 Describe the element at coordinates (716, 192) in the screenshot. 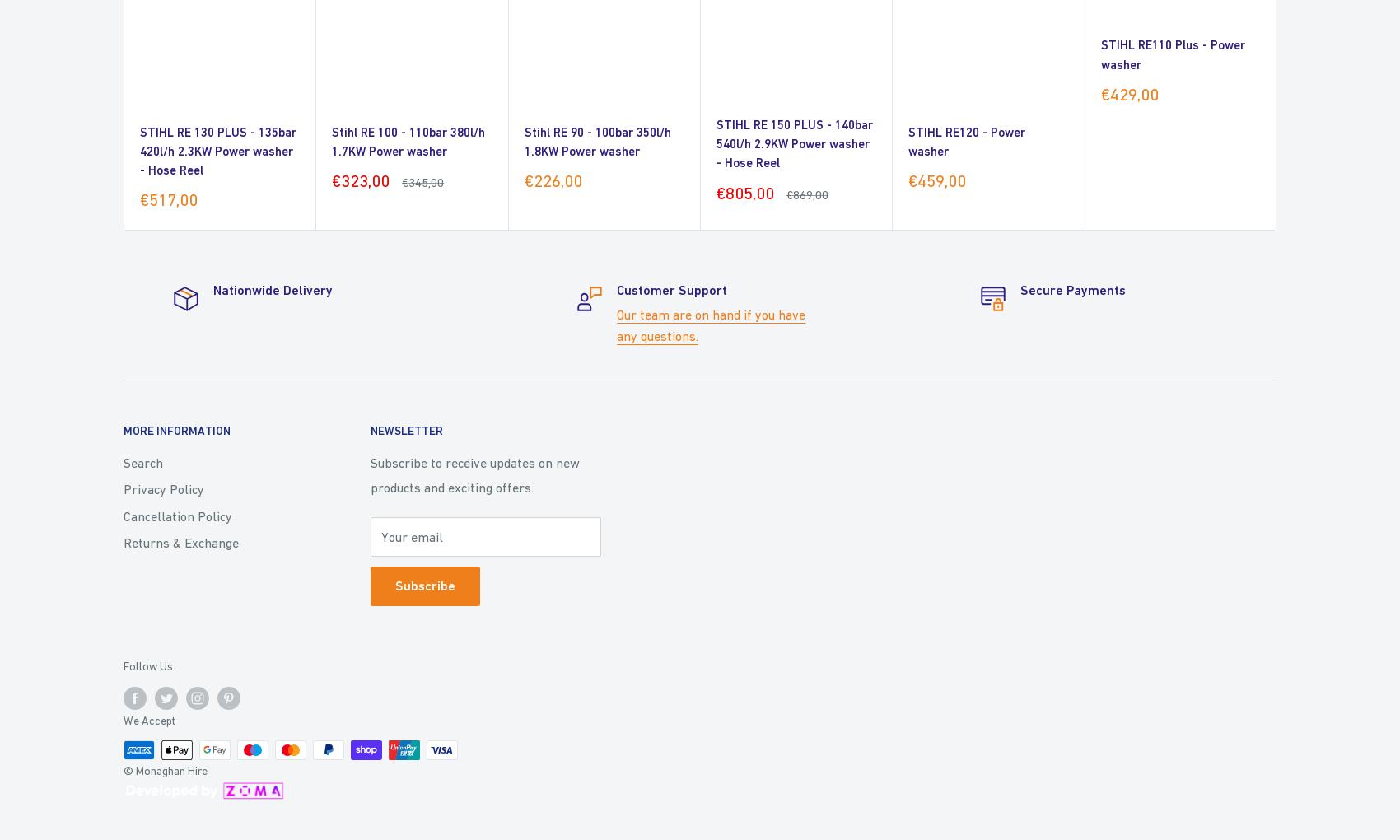

I see `'€805,00'` at that location.